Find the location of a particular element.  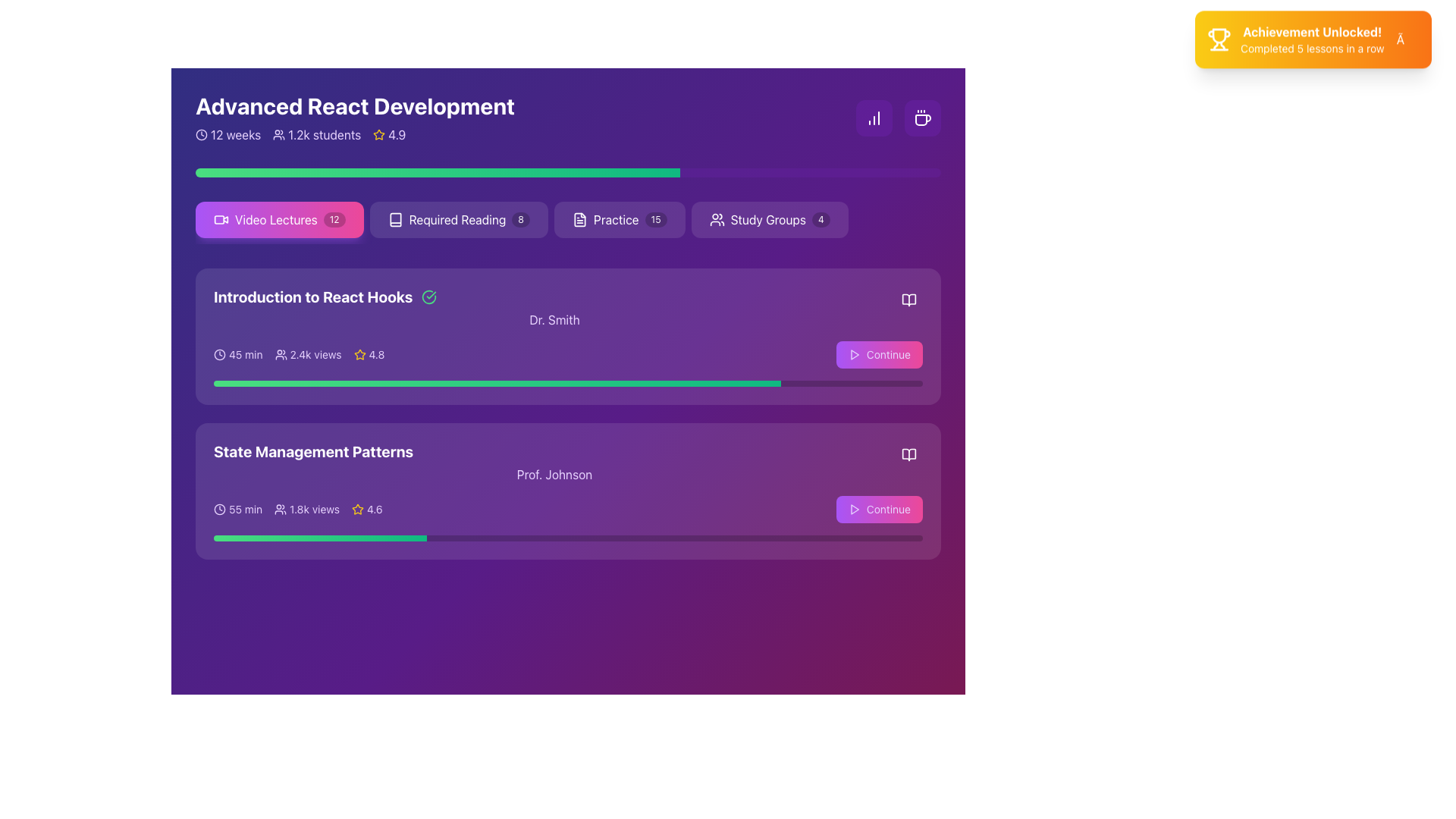

the icon button shaped like an open book, which has a white outline on a purple background, located in the bottom-right corner of the 'State Management Patterns' section next to 'Prof. Johnson' is located at coordinates (909, 454).